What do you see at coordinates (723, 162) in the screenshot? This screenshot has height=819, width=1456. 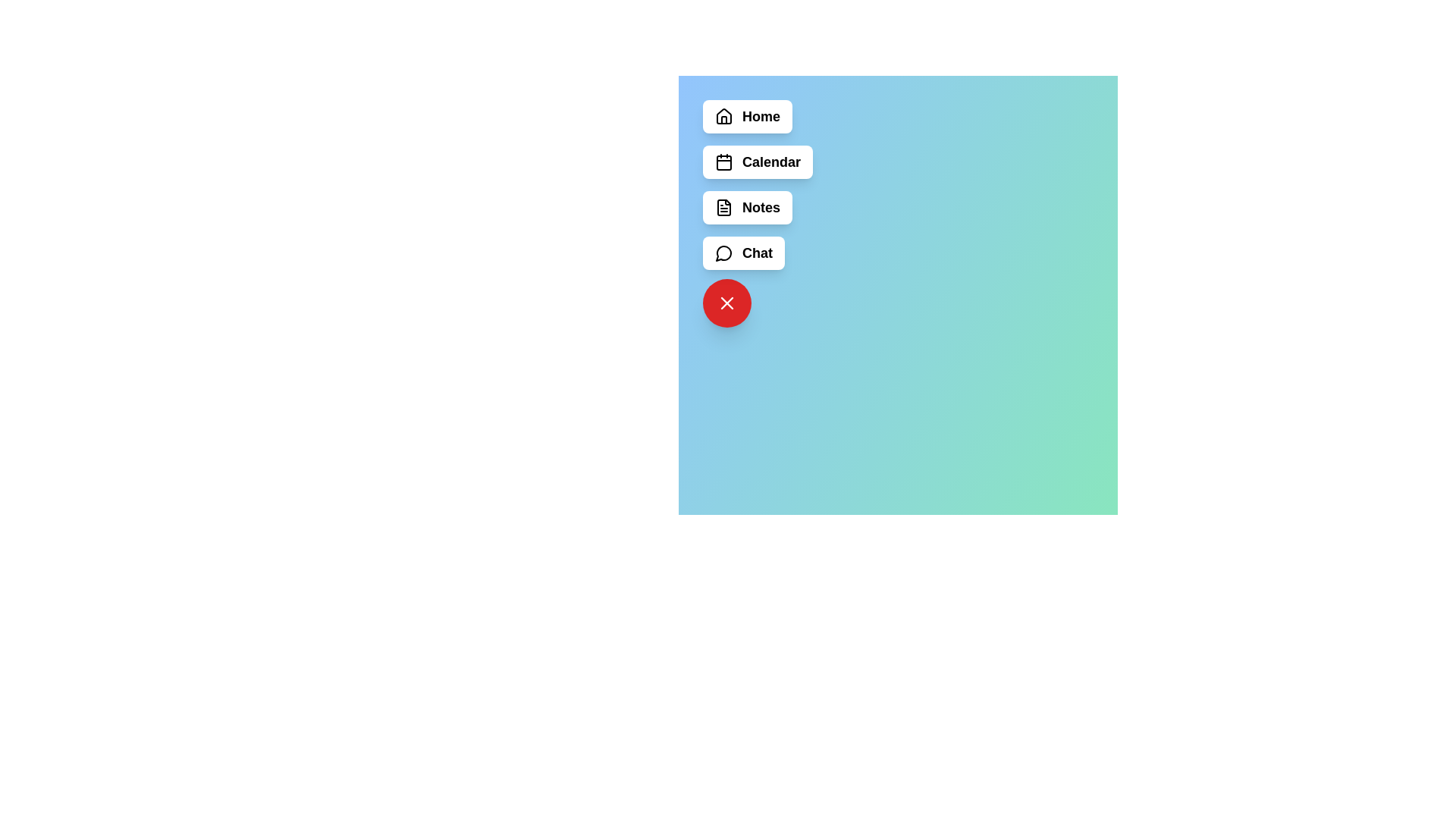 I see `the icon of the menu item labeled Calendar` at bounding box center [723, 162].